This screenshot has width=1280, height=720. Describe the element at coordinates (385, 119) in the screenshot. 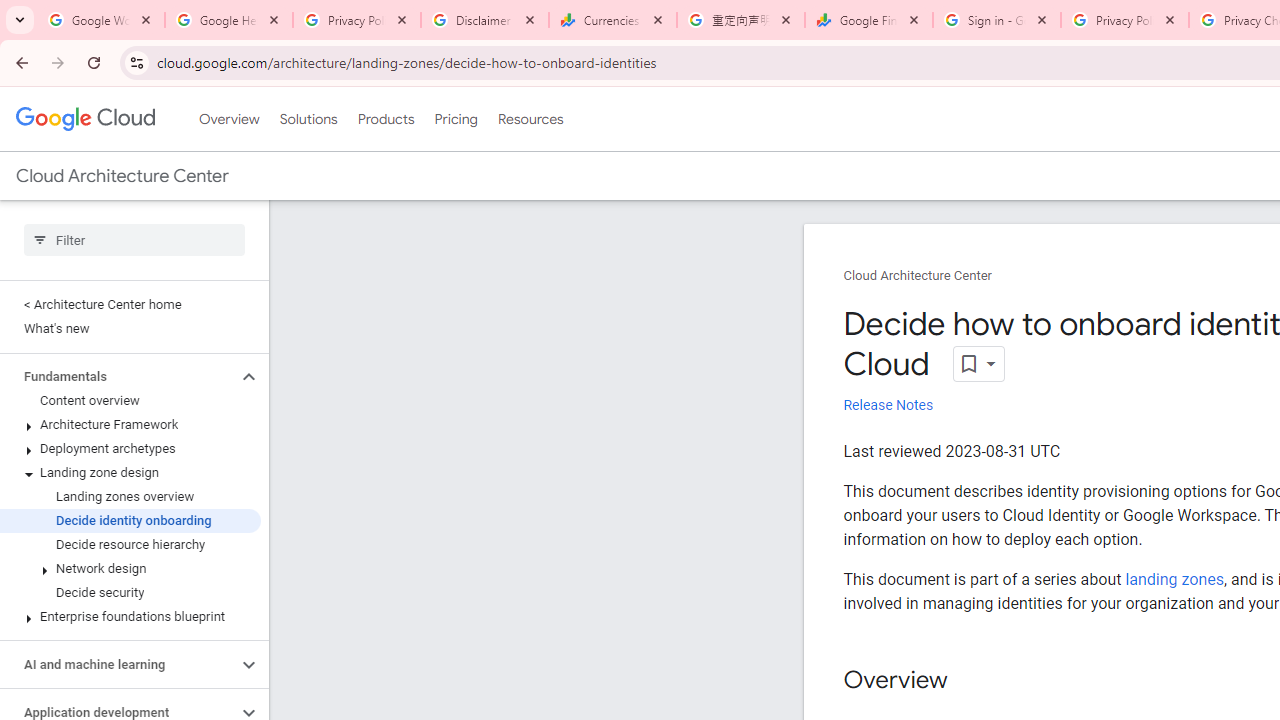

I see `'Products'` at that location.